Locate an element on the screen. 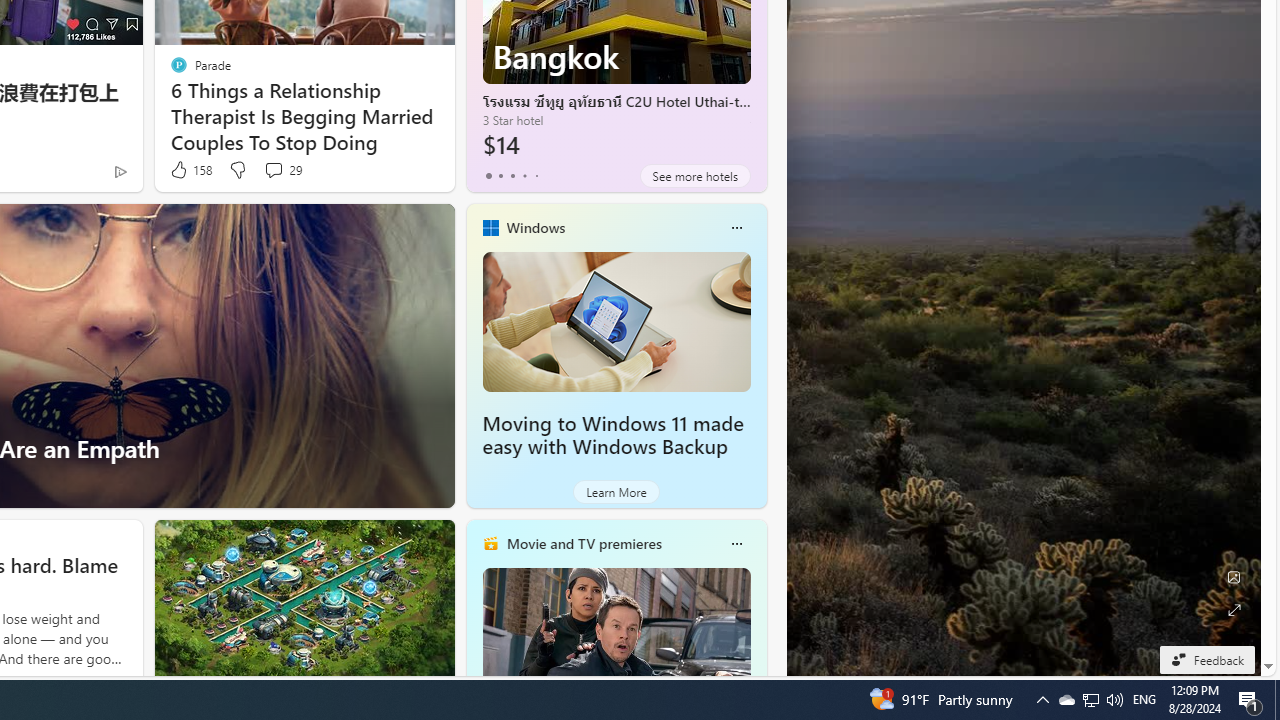 This screenshot has height=720, width=1280. 'tab-1' is located at coordinates (500, 175).